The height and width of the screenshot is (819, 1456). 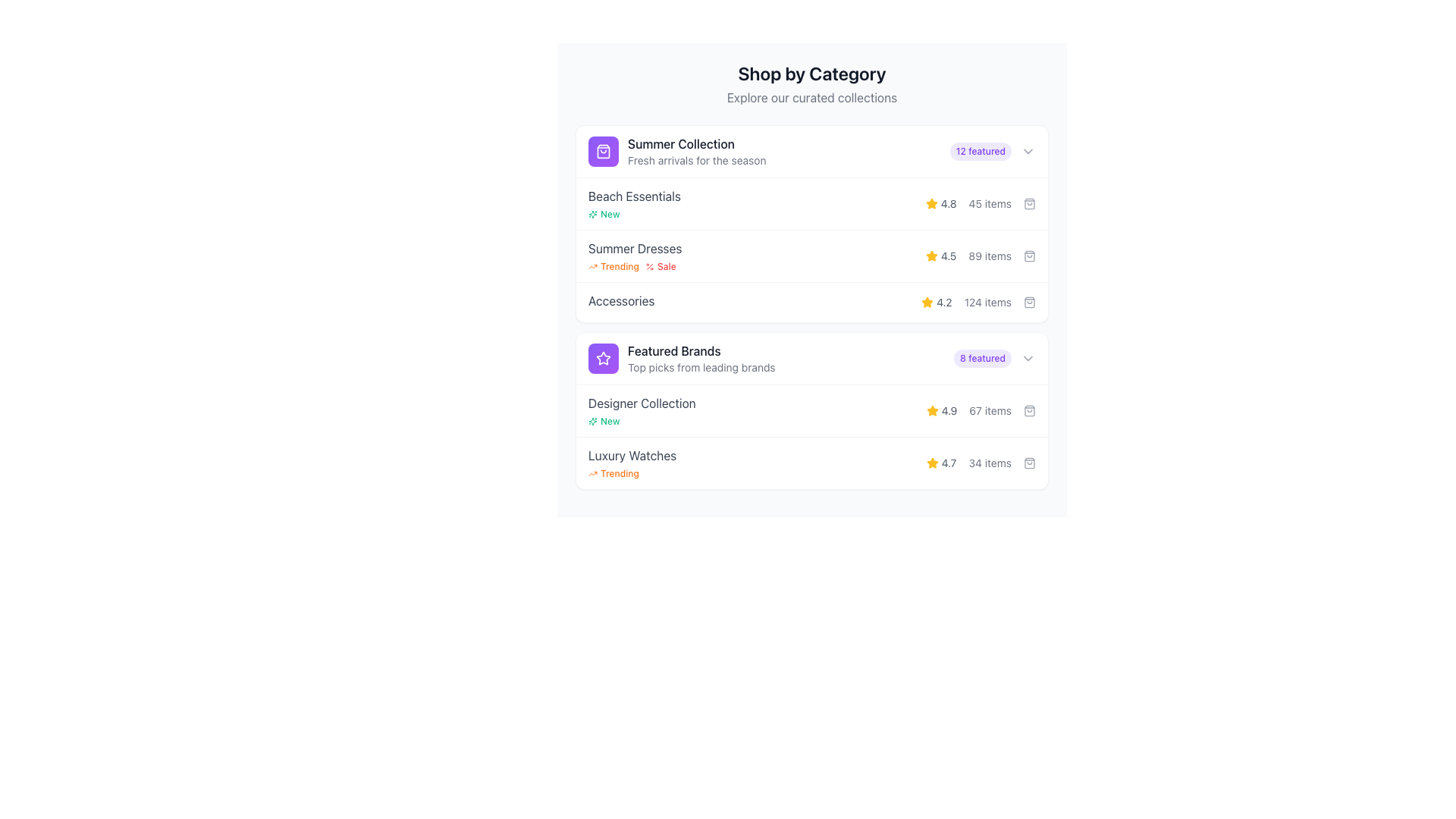 What do you see at coordinates (927, 302) in the screenshot?
I see `the rating represented by the star icon located in the third row of the 'Shop by Category' section, adjacent to the 'Accessories' text and the numeric rating '4.2'` at bounding box center [927, 302].